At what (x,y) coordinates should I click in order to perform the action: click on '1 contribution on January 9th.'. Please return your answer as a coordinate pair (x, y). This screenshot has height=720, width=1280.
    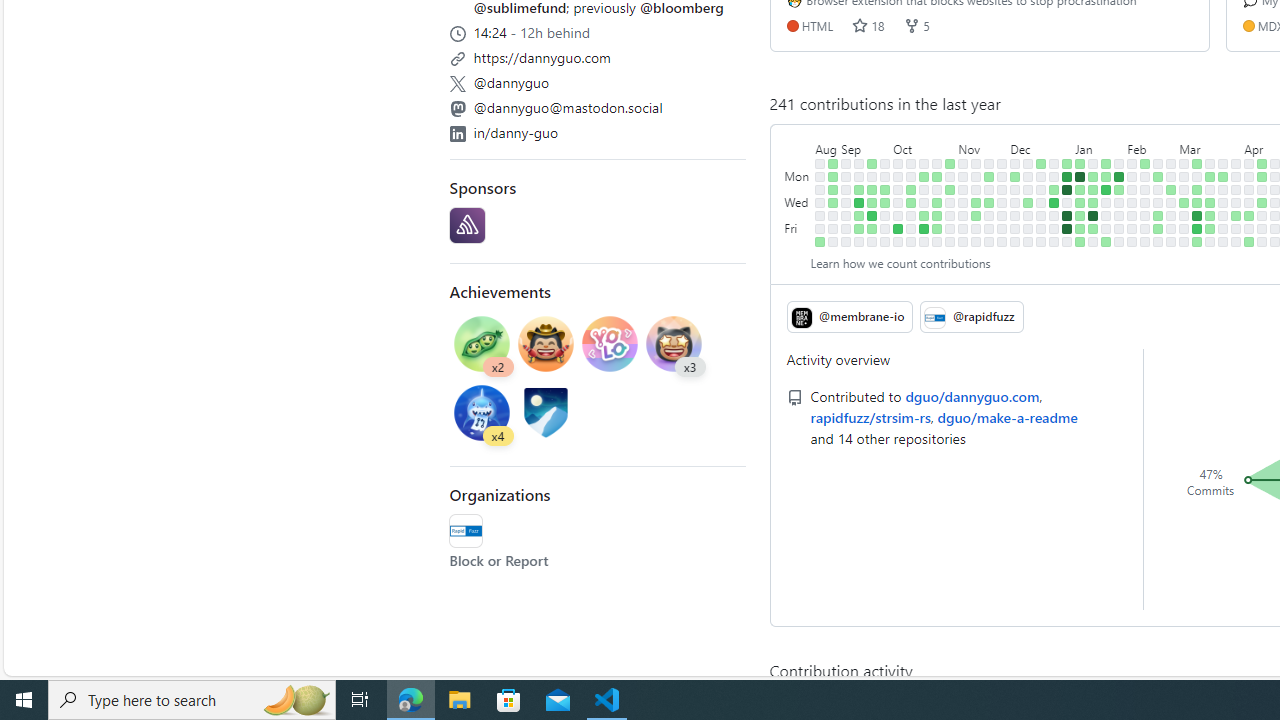
    Looking at the image, I should click on (1079, 189).